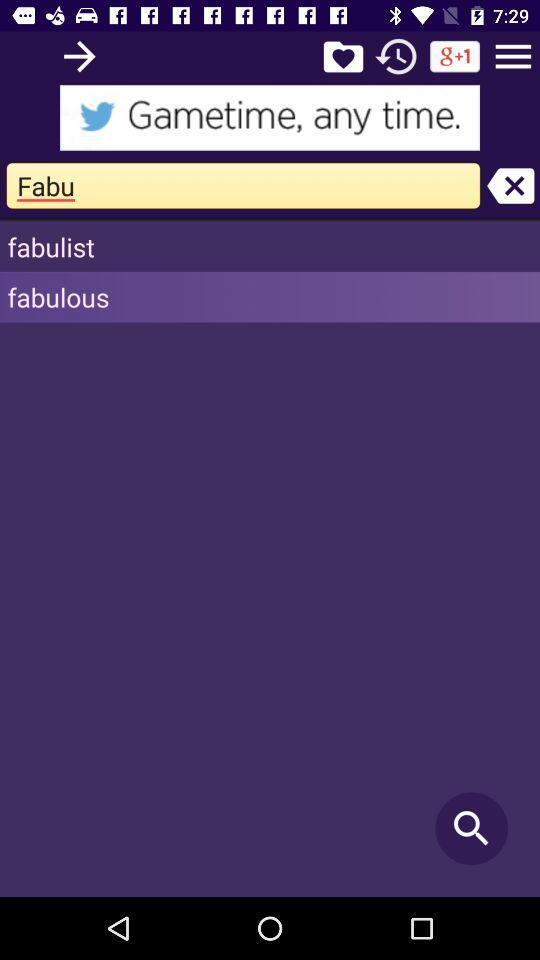 The image size is (540, 960). I want to click on open settings, so click(513, 55).